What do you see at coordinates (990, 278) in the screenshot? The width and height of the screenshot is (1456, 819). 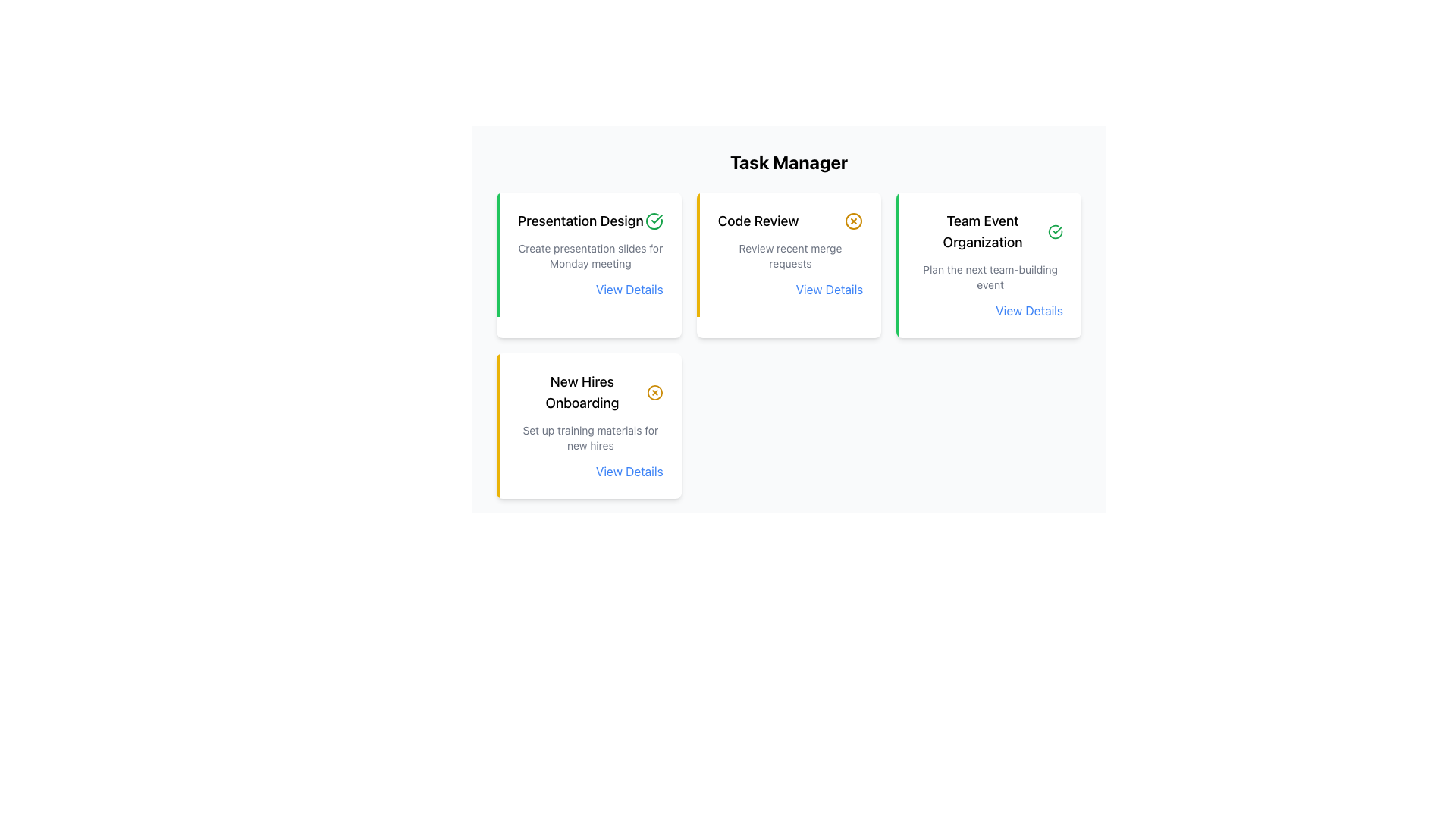 I see `text snippet that says 'Plan the next team-building event', which is styled in gray and located below the title 'Team Event Organization' within the third task card` at bounding box center [990, 278].